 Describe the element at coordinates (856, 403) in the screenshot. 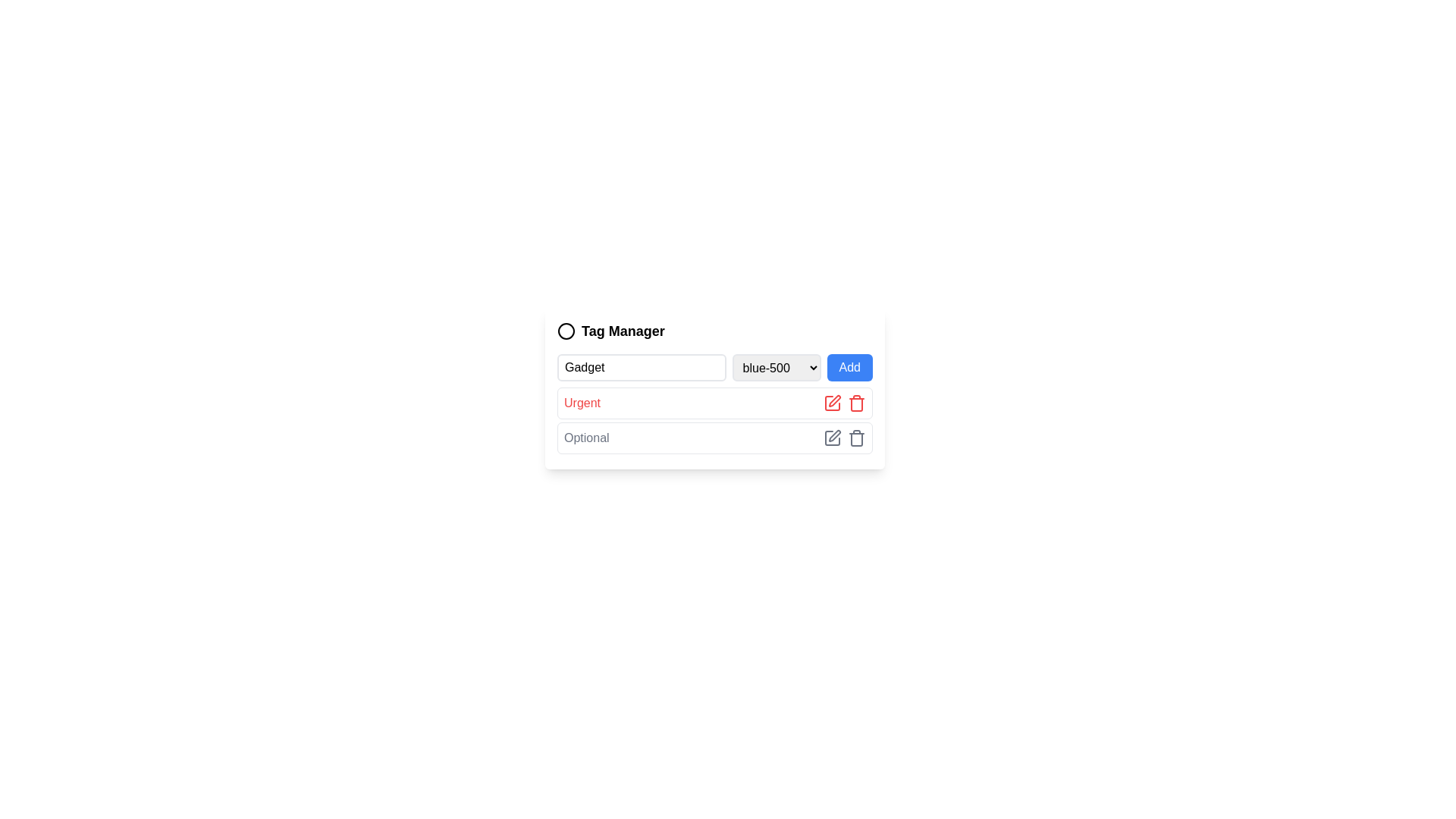

I see `the trash icon button, which is the rightmost icon in the group associated with managing tags` at that location.